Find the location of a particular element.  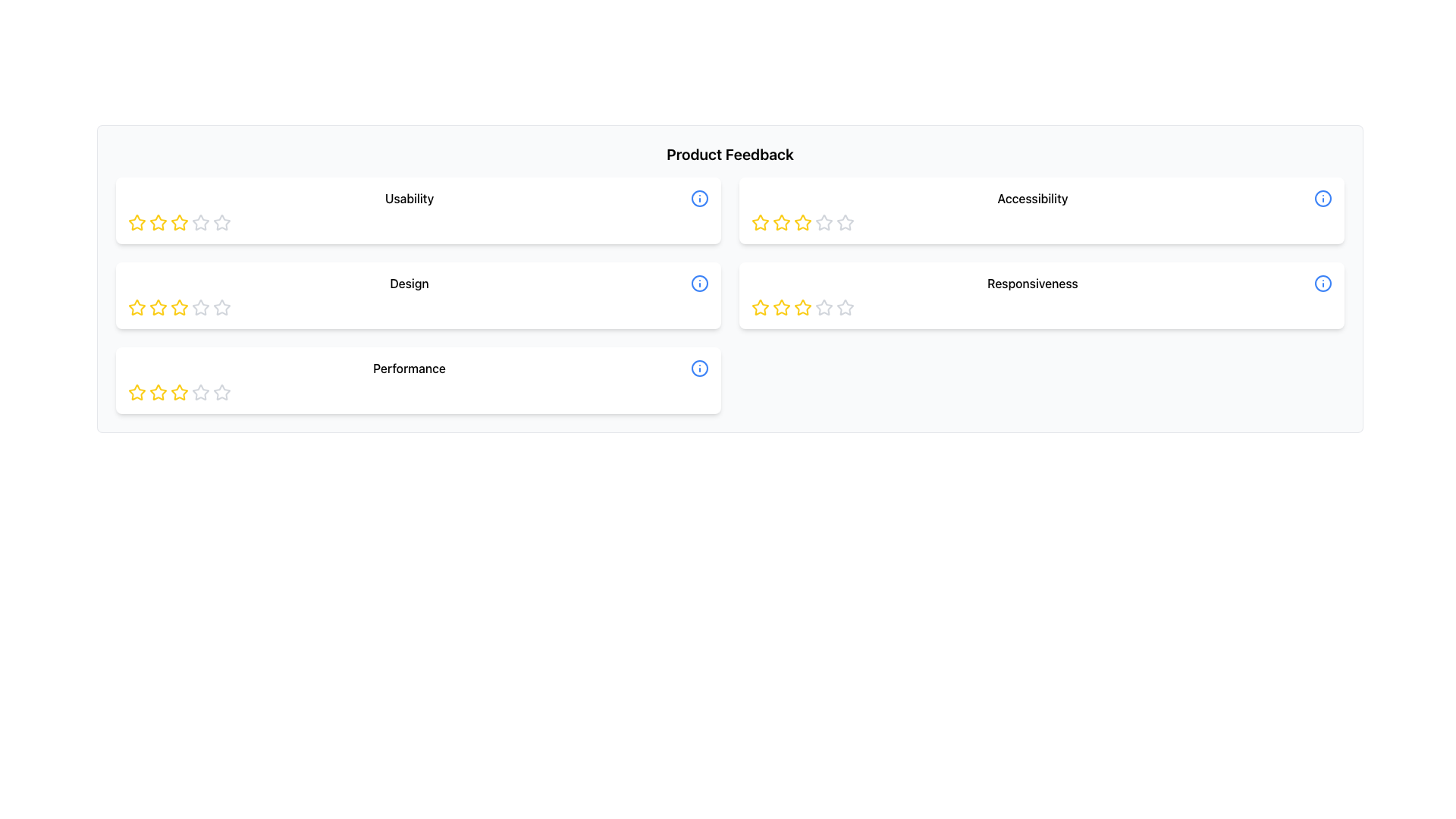

the third rating star in the user feedback system's usability section is located at coordinates (199, 222).